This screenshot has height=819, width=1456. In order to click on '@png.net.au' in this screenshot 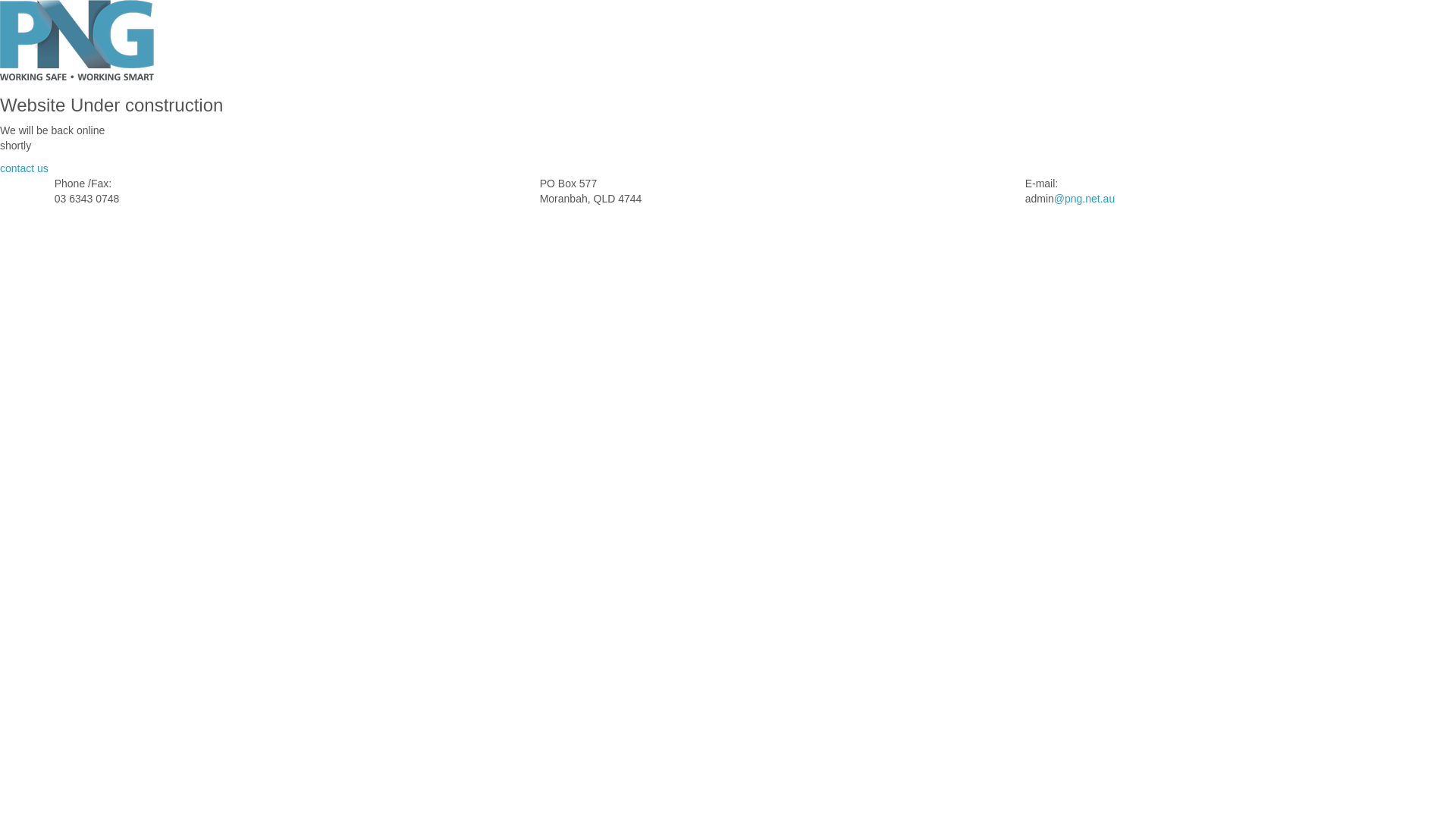, I will do `click(1084, 198)`.